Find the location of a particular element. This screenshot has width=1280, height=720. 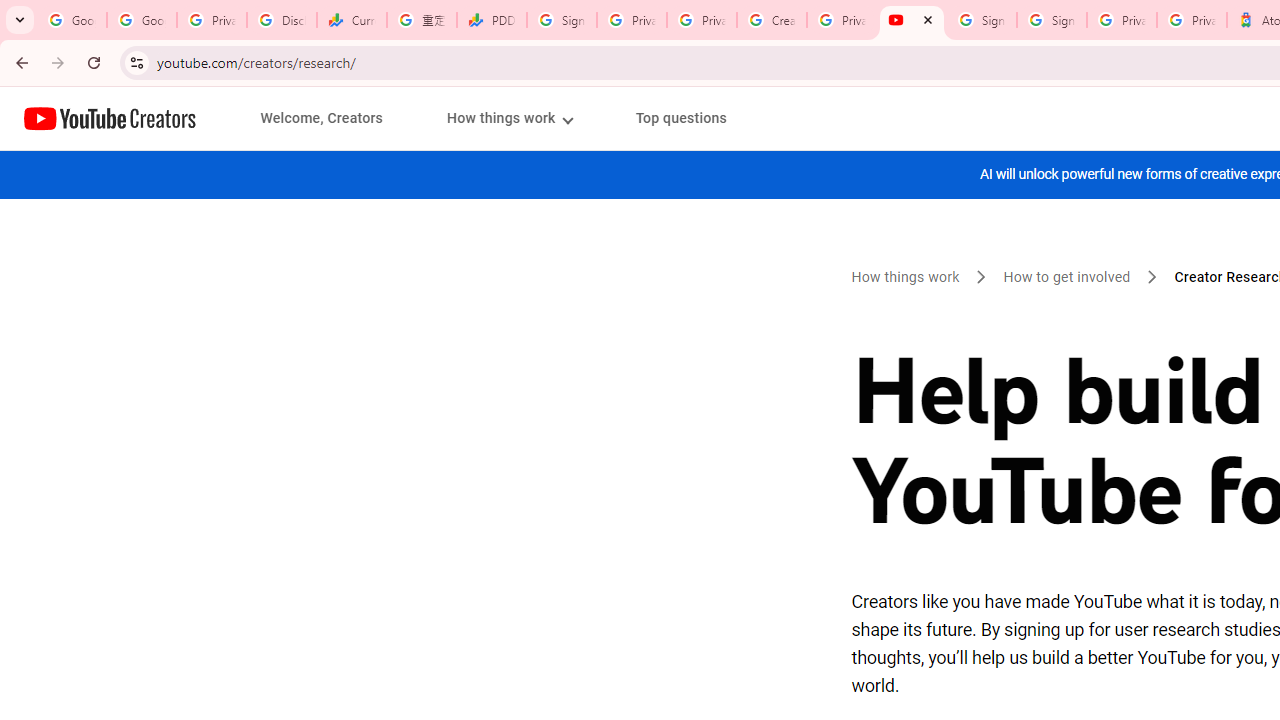

'How things work ' is located at coordinates (906, 277).